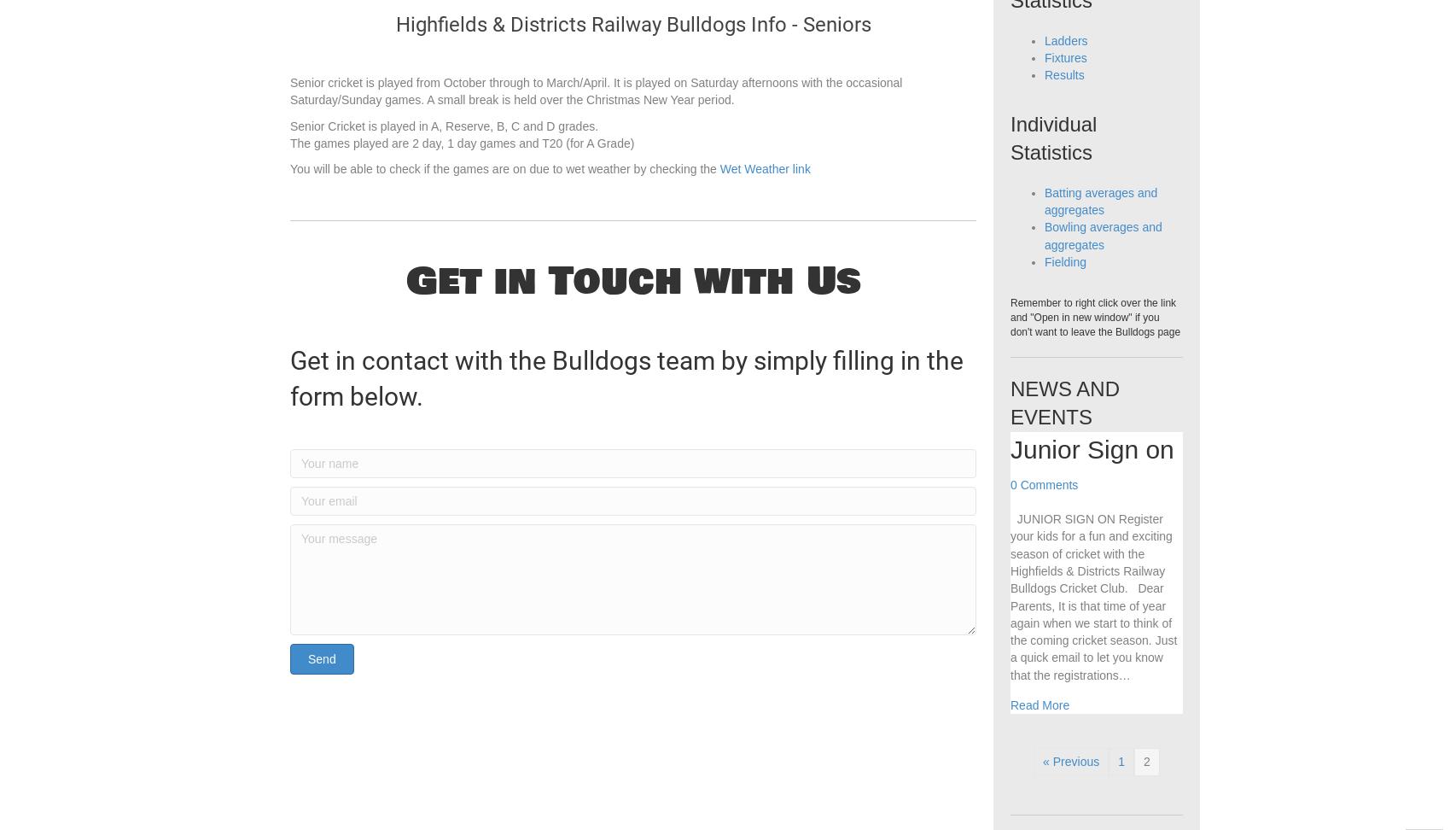  I want to click on 'Results', so click(1063, 109).